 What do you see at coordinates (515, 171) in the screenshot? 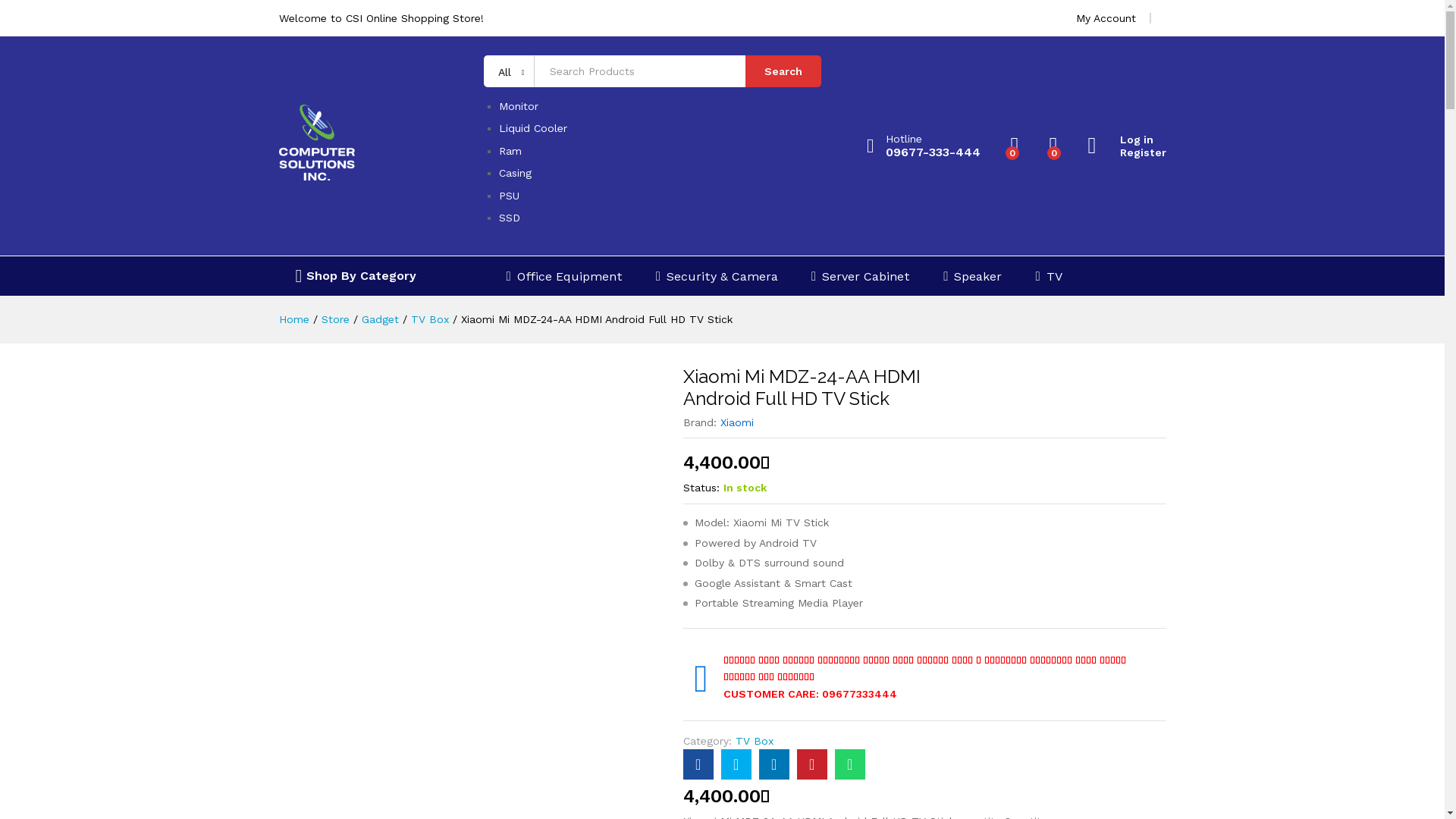
I see `'Casing'` at bounding box center [515, 171].